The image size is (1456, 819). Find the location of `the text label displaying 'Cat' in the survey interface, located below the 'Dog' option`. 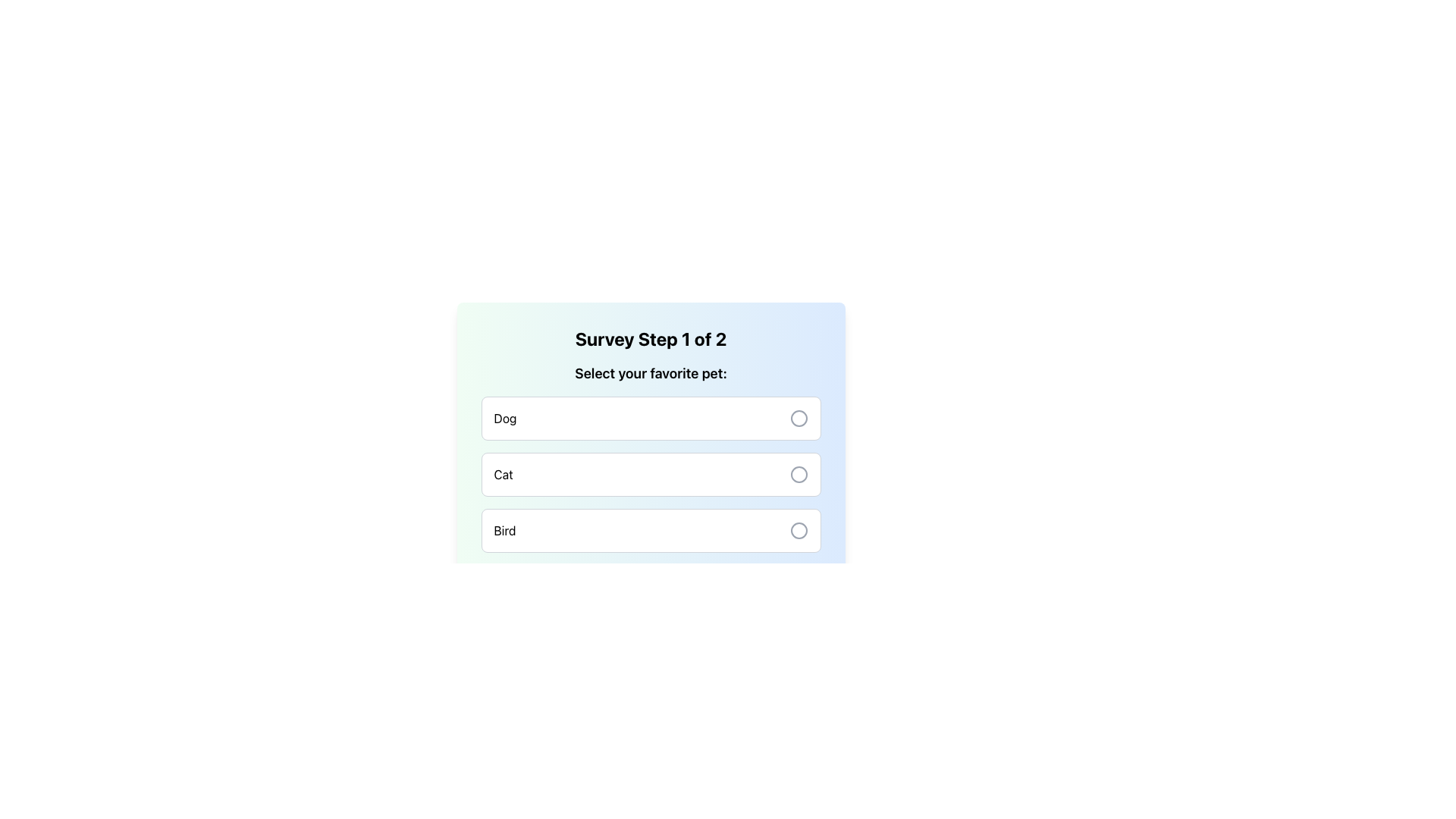

the text label displaying 'Cat' in the survey interface, located below the 'Dog' option is located at coordinates (504, 473).